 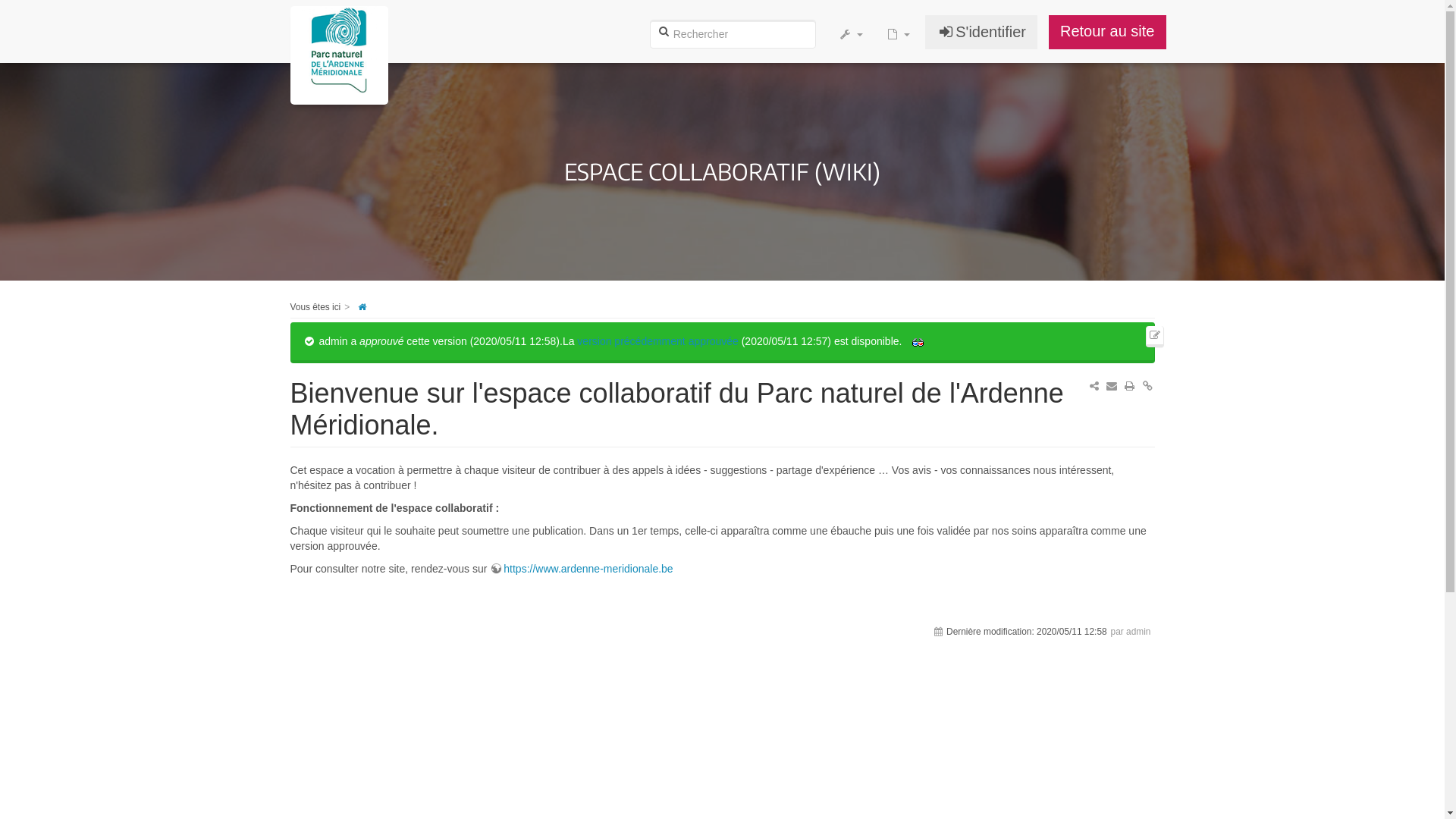 What do you see at coordinates (580, 568) in the screenshot?
I see `'https://www.ardenne-meridionale.be'` at bounding box center [580, 568].